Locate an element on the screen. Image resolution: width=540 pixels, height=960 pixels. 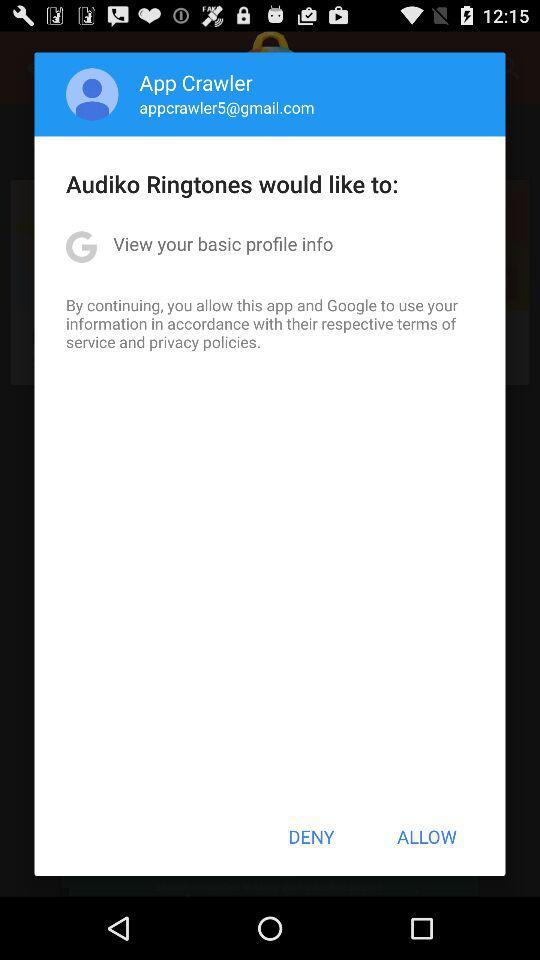
the view your basic item is located at coordinates (222, 242).